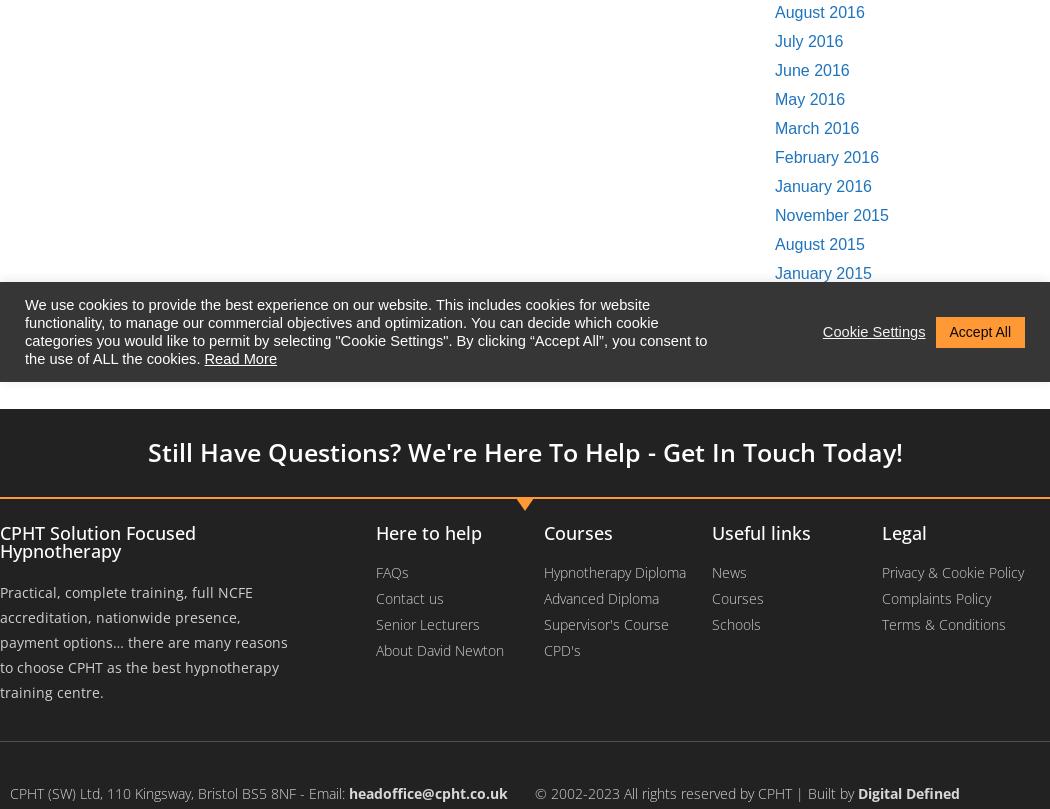  What do you see at coordinates (438, 649) in the screenshot?
I see `'About David Newton'` at bounding box center [438, 649].